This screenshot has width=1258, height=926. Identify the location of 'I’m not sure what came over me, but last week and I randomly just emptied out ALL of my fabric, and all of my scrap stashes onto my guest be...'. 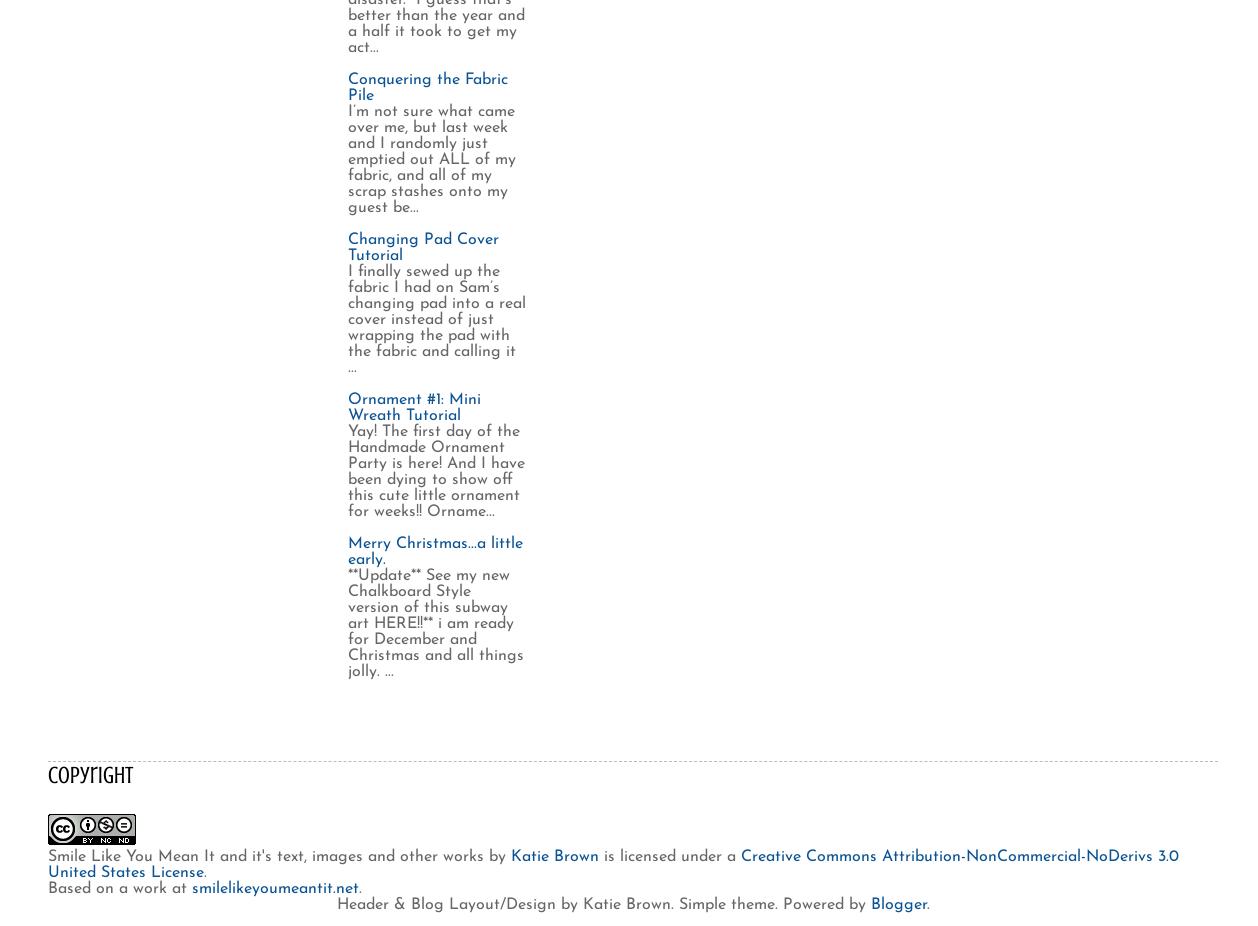
(346, 157).